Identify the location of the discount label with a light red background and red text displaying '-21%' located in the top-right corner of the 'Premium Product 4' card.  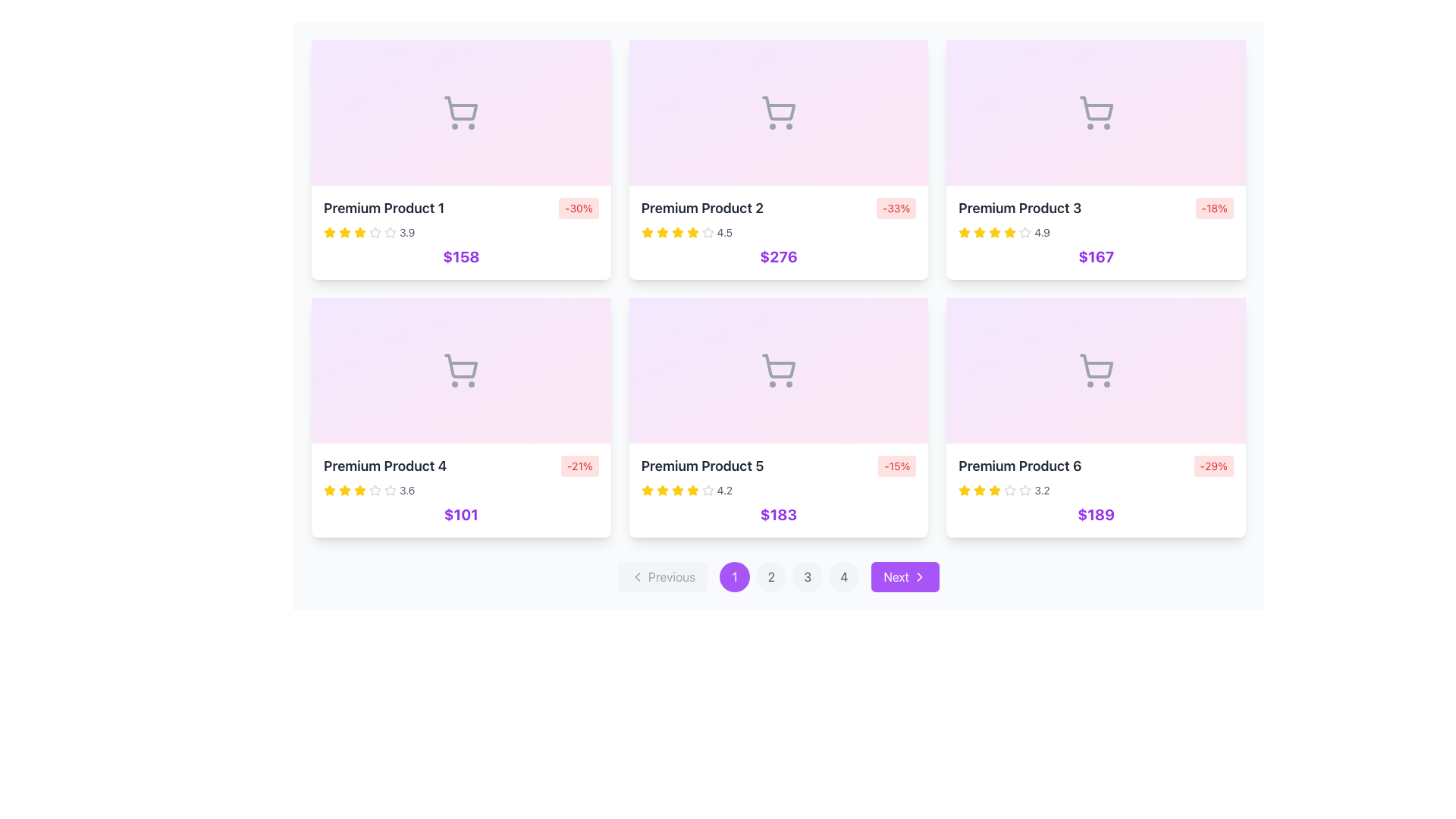
(579, 465).